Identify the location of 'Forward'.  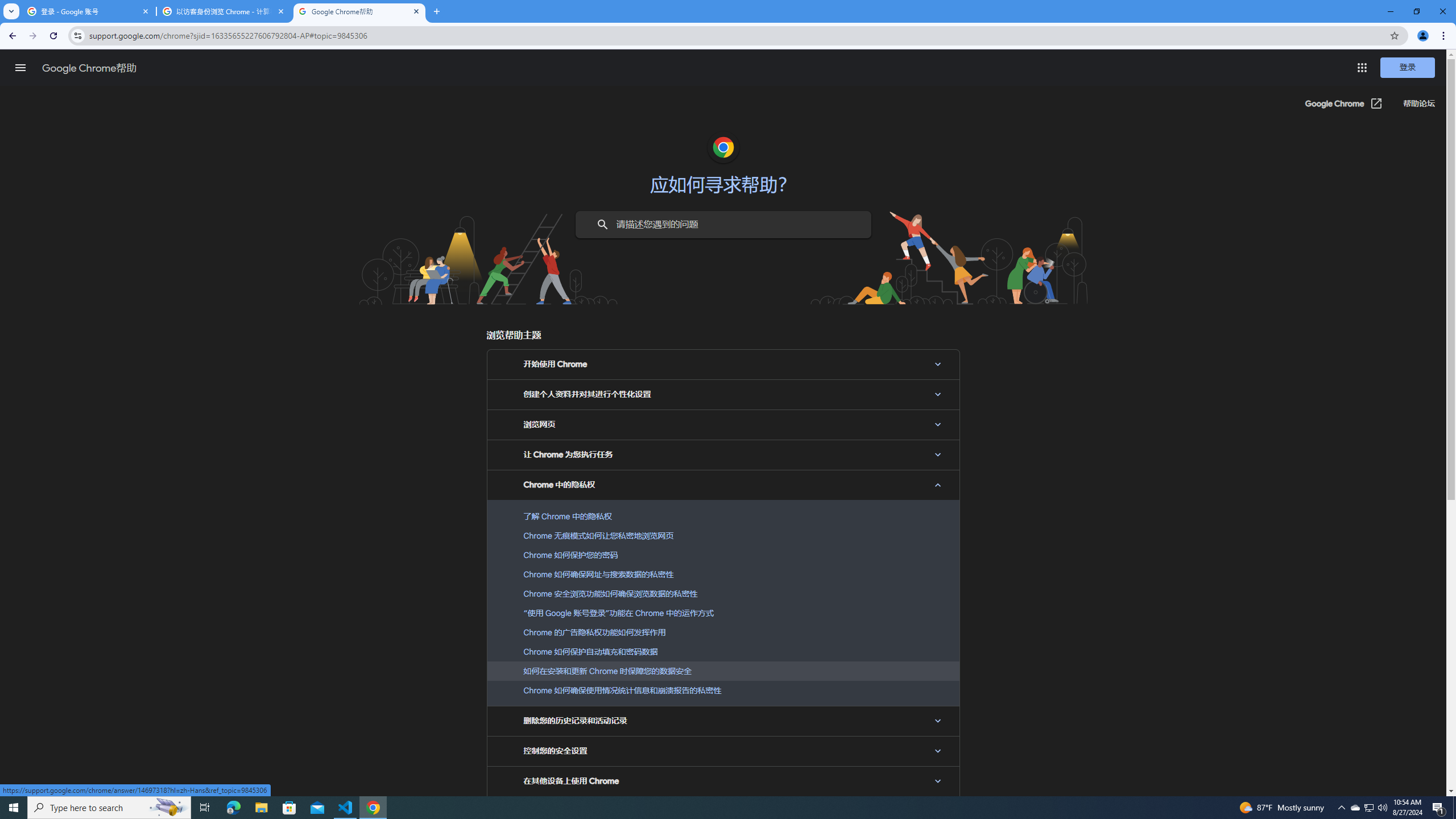
(32, 35).